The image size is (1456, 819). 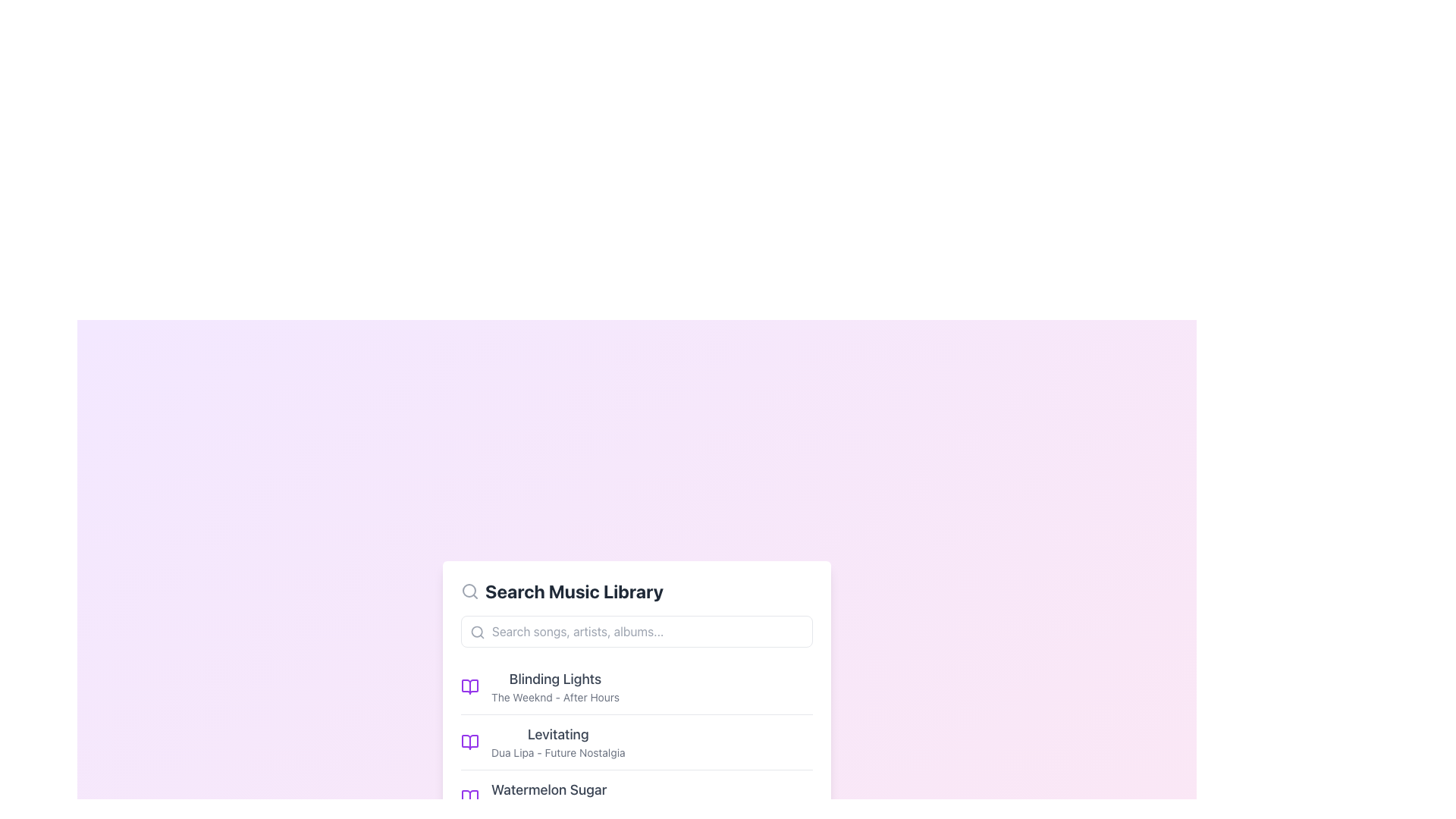 What do you see at coordinates (476, 631) in the screenshot?
I see `the SVG Circle Component, which is part of the magnifying glass symbol located at the left side of the search bar in the music search interface` at bounding box center [476, 631].